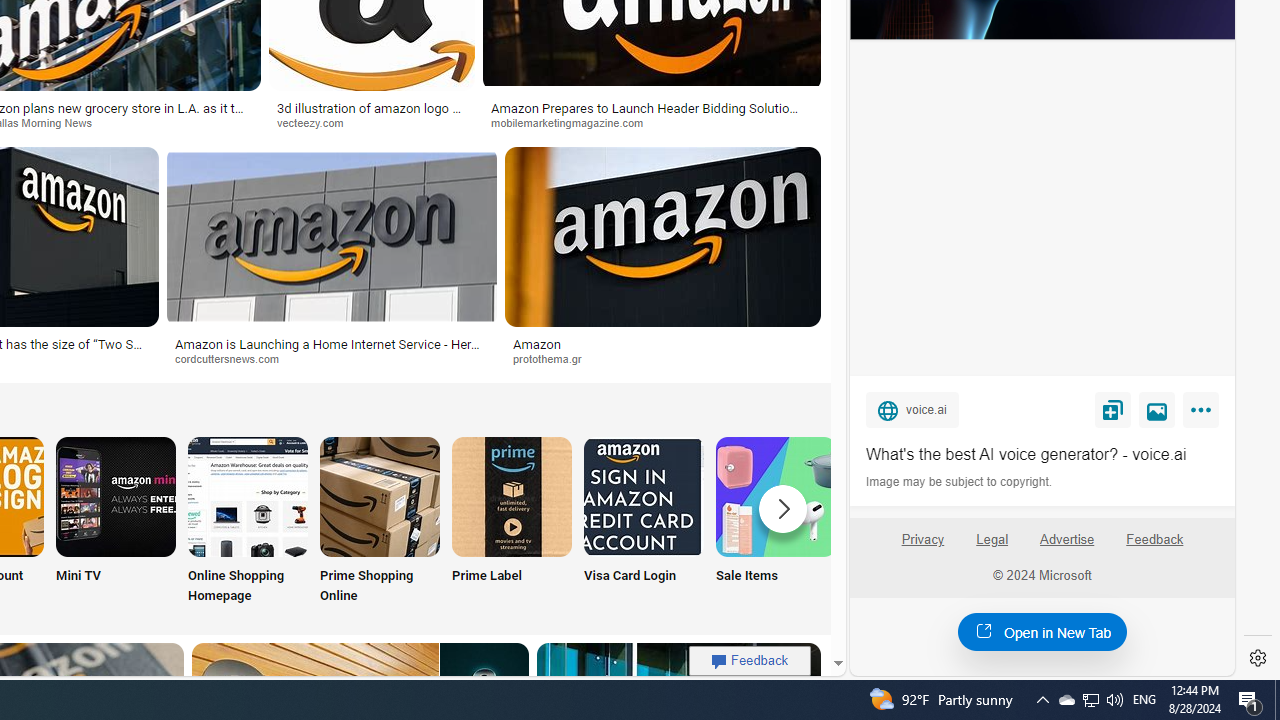 This screenshot has height=720, width=1280. What do you see at coordinates (512, 521) in the screenshot?
I see `'Amazon Prime Label Prime Label'` at bounding box center [512, 521].